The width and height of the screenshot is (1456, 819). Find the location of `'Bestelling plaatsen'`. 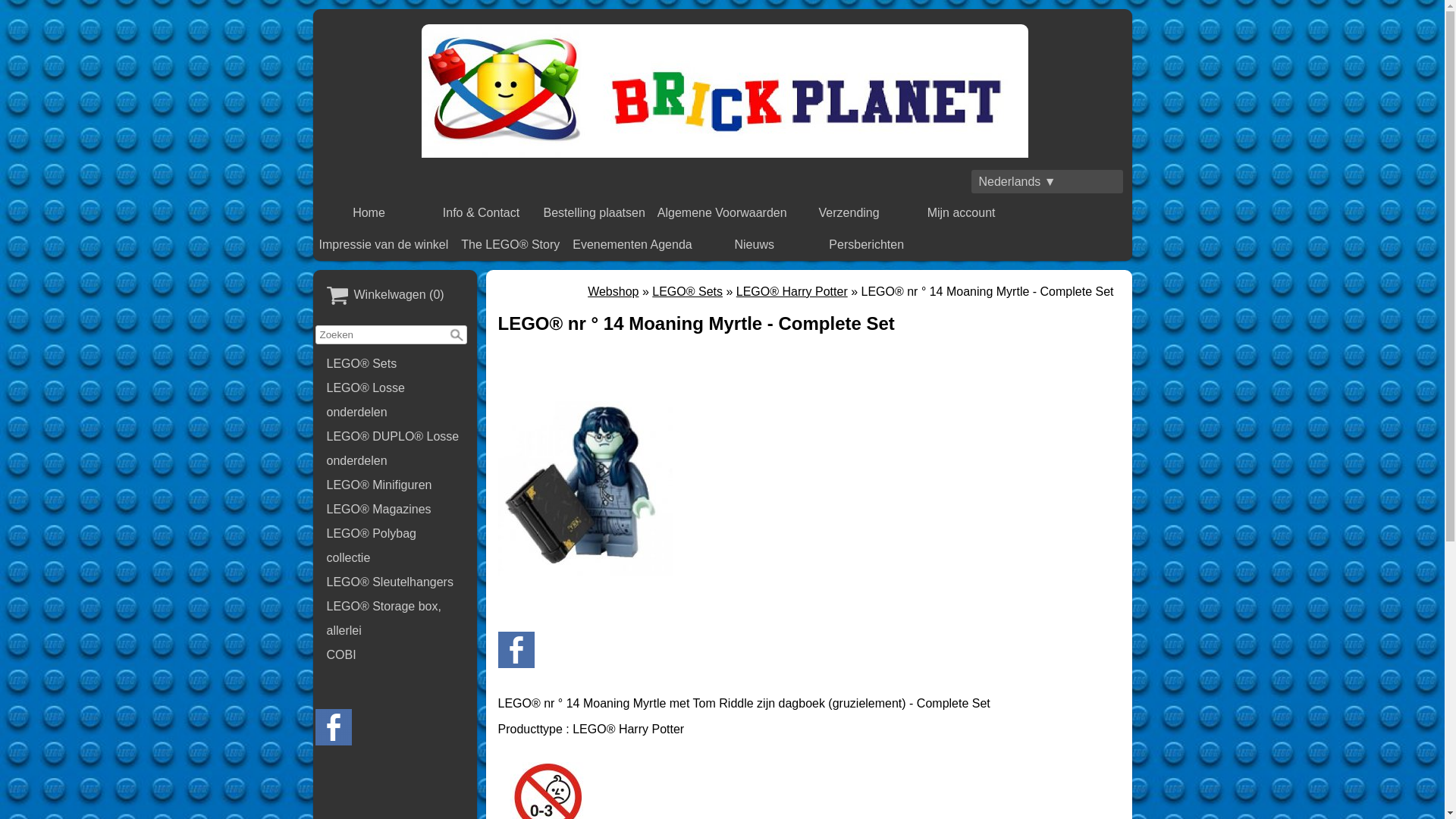

'Bestelling plaatsen' is located at coordinates (593, 213).